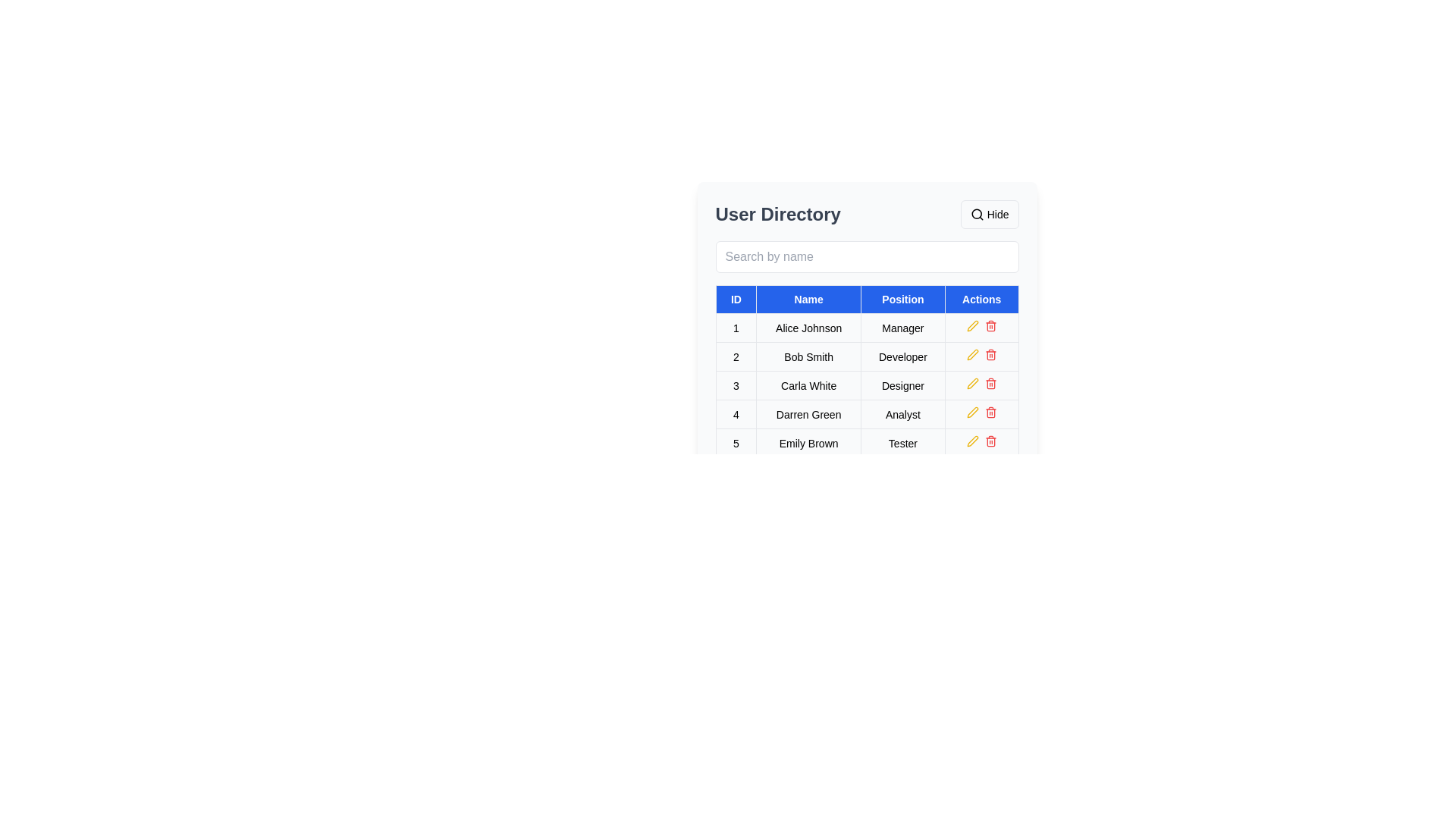 The image size is (1456, 819). I want to click on the table cell that denotes the serial number of the corresponding row in the 'User Directory' data table, located in the fourth row and first column, so click(736, 414).